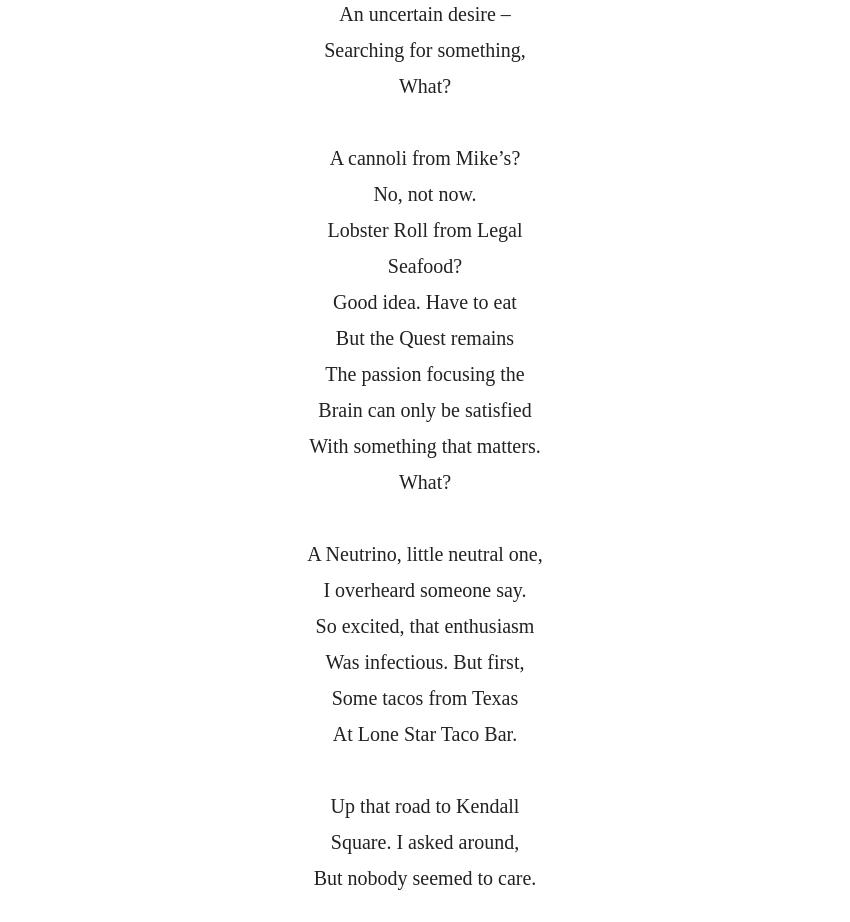 The width and height of the screenshot is (850, 922). Describe the element at coordinates (424, 14) in the screenshot. I see `'An uncertain desire –'` at that location.